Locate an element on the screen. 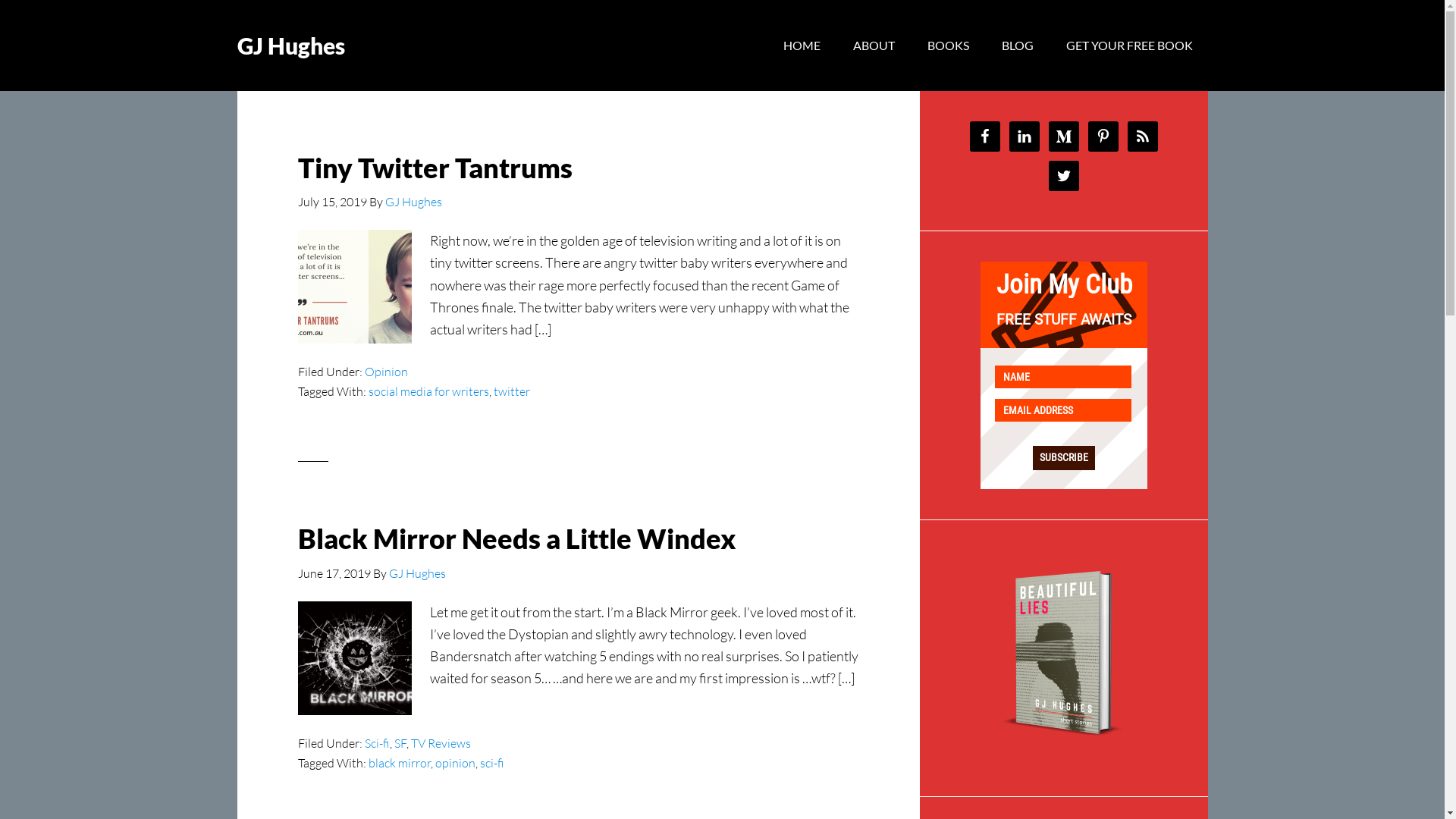 This screenshot has height=819, width=1456. 'HOME' is located at coordinates (800, 45).